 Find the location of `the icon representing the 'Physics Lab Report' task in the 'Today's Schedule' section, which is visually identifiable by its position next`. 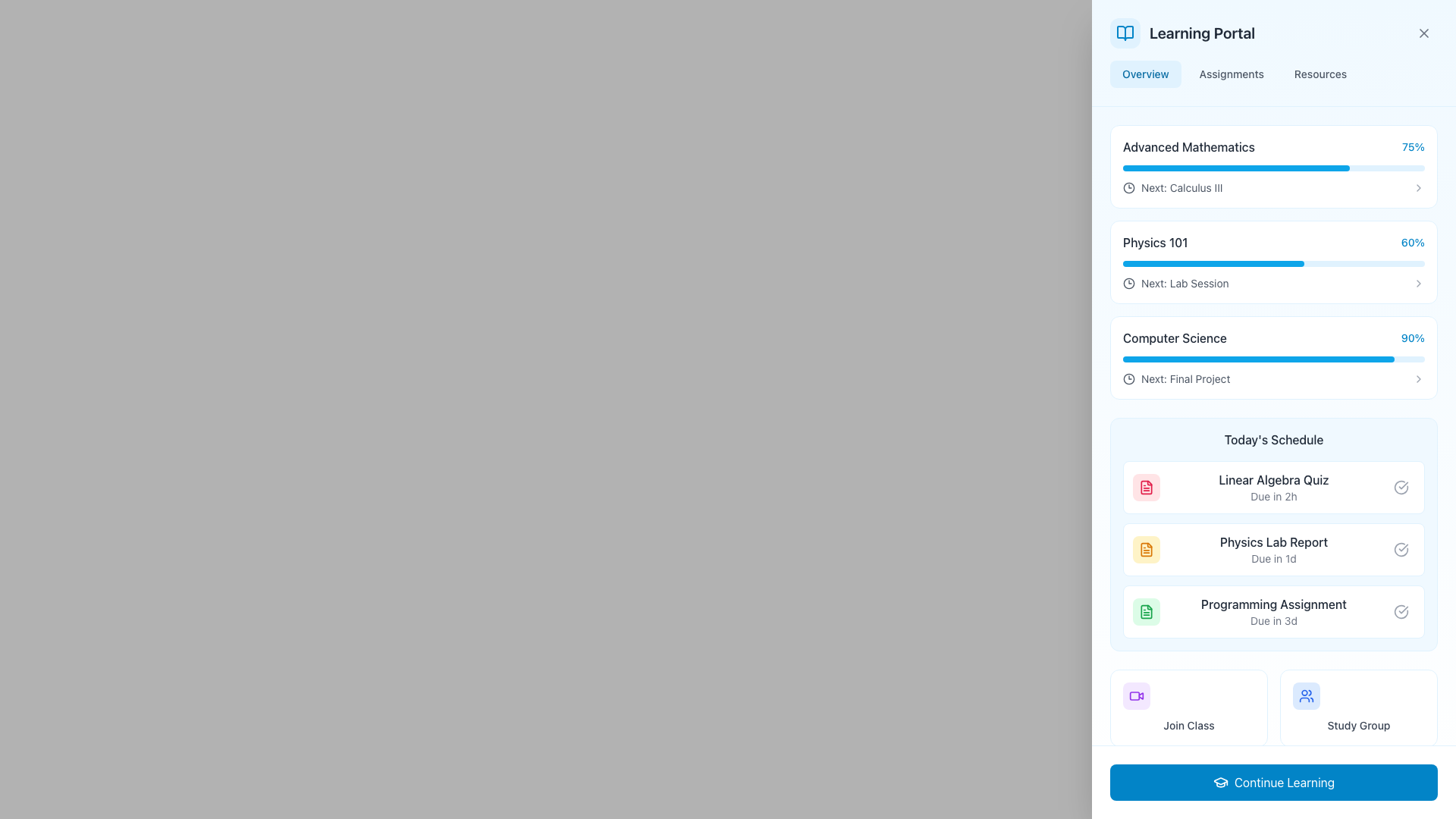

the icon representing the 'Physics Lab Report' task in the 'Today's Schedule' section, which is visually identifiable by its position next is located at coordinates (1147, 550).